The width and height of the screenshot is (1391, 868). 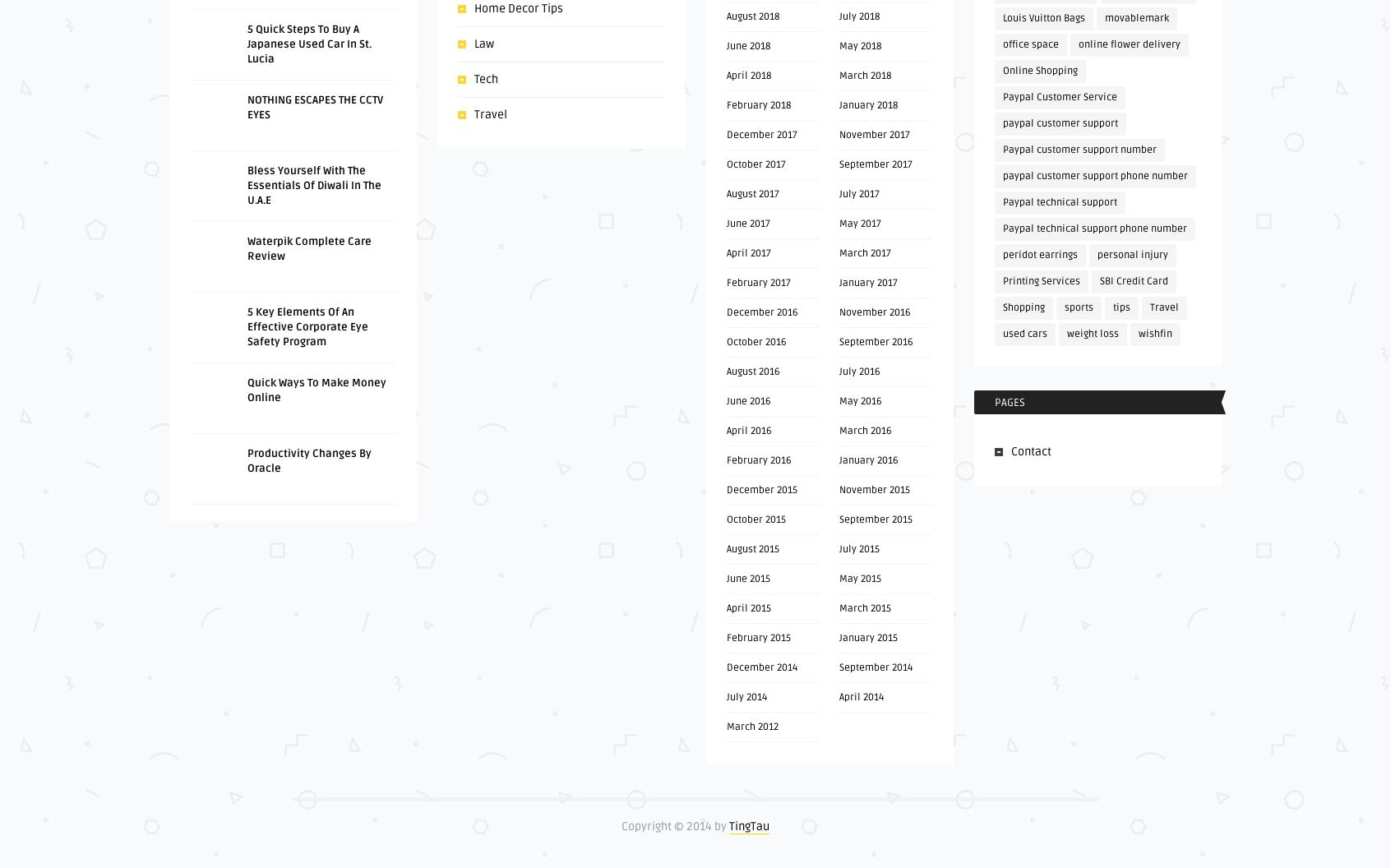 What do you see at coordinates (748, 825) in the screenshot?
I see `'TingTau'` at bounding box center [748, 825].